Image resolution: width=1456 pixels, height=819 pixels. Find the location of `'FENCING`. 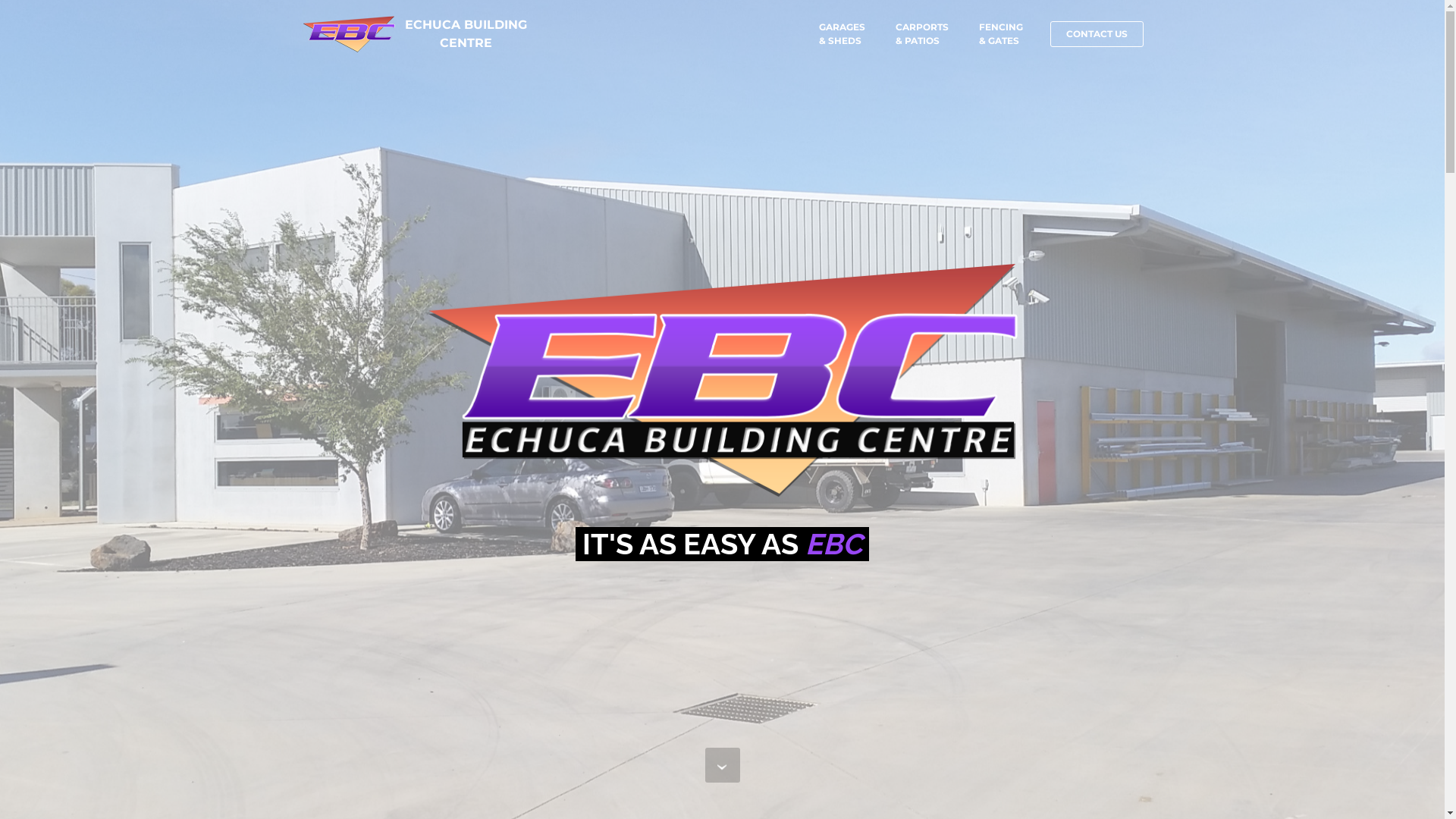

'FENCING is located at coordinates (1000, 34).